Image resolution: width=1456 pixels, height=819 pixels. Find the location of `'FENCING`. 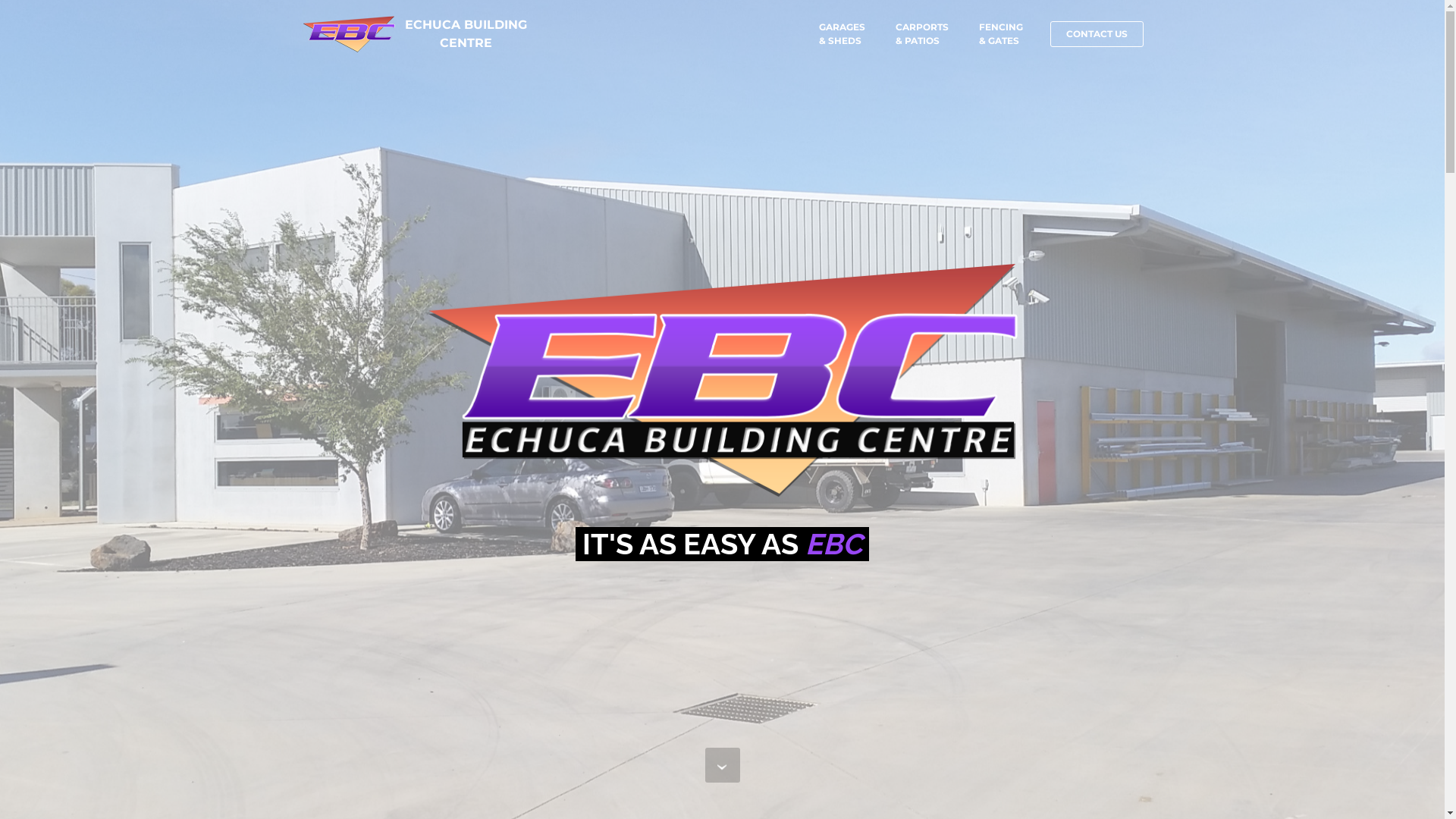

'FENCING is located at coordinates (1000, 34).